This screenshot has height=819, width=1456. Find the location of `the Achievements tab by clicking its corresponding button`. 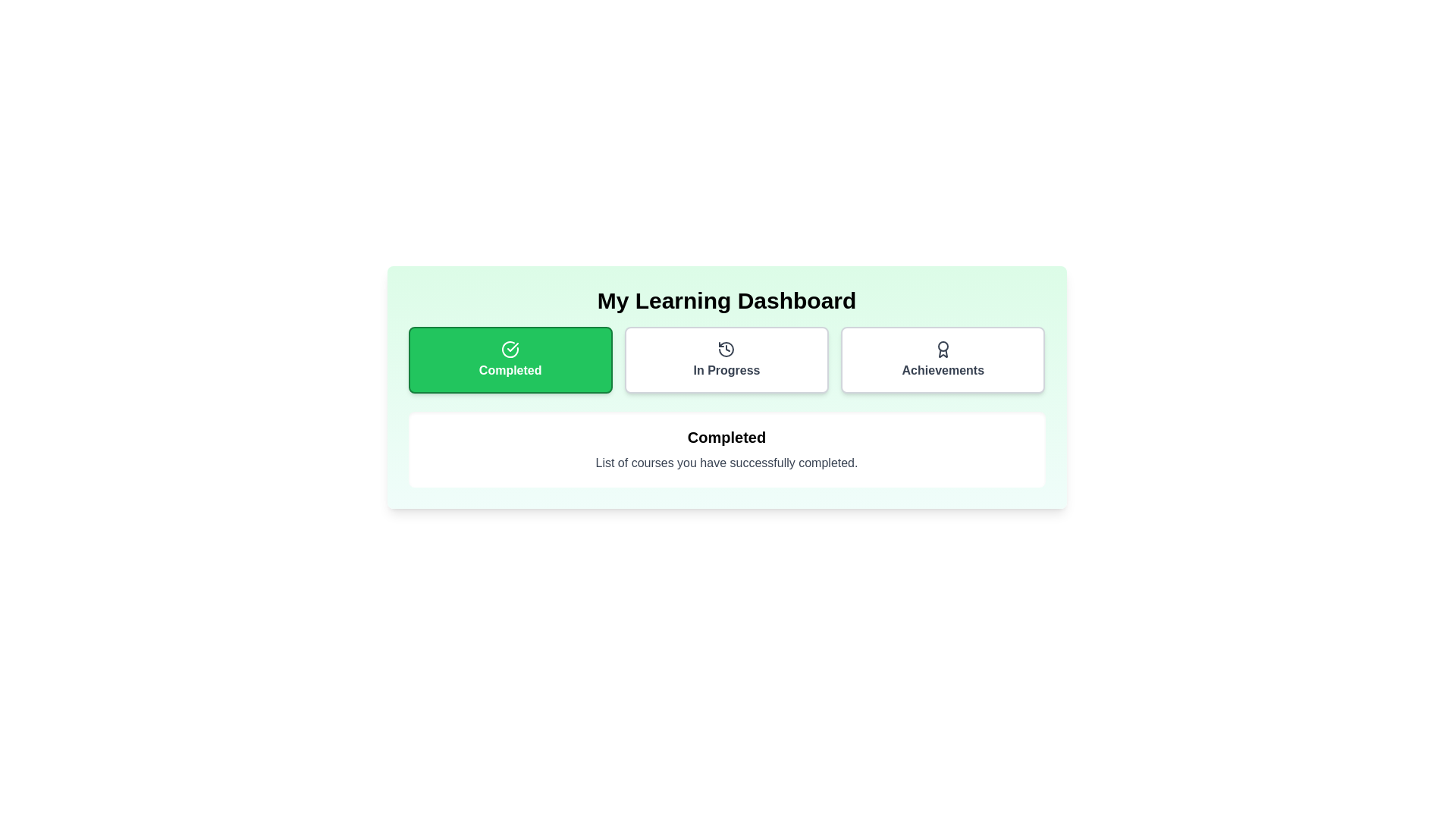

the Achievements tab by clicking its corresponding button is located at coordinates (942, 359).